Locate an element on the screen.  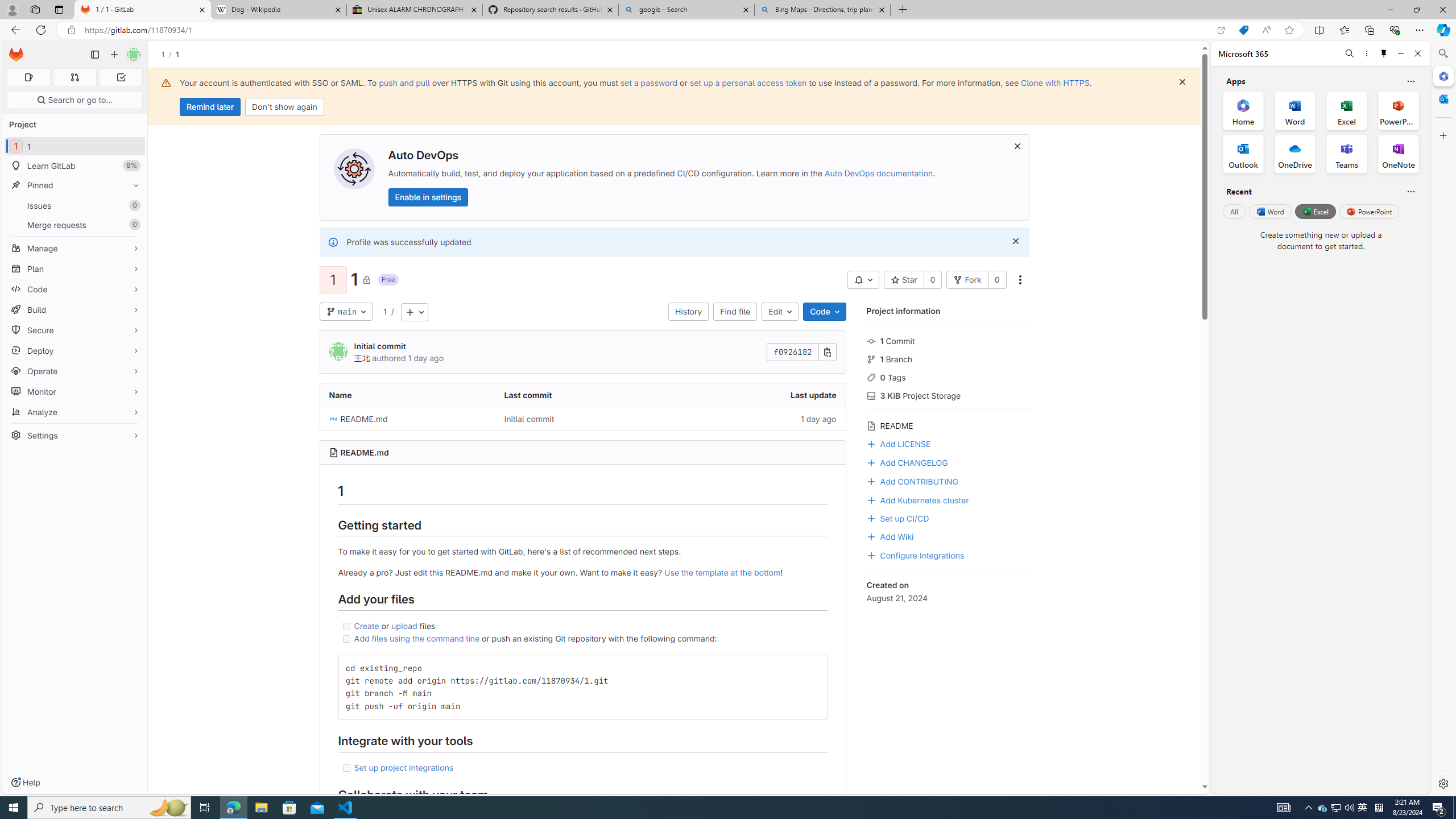
'Primary navigation sidebar' is located at coordinates (94, 54).